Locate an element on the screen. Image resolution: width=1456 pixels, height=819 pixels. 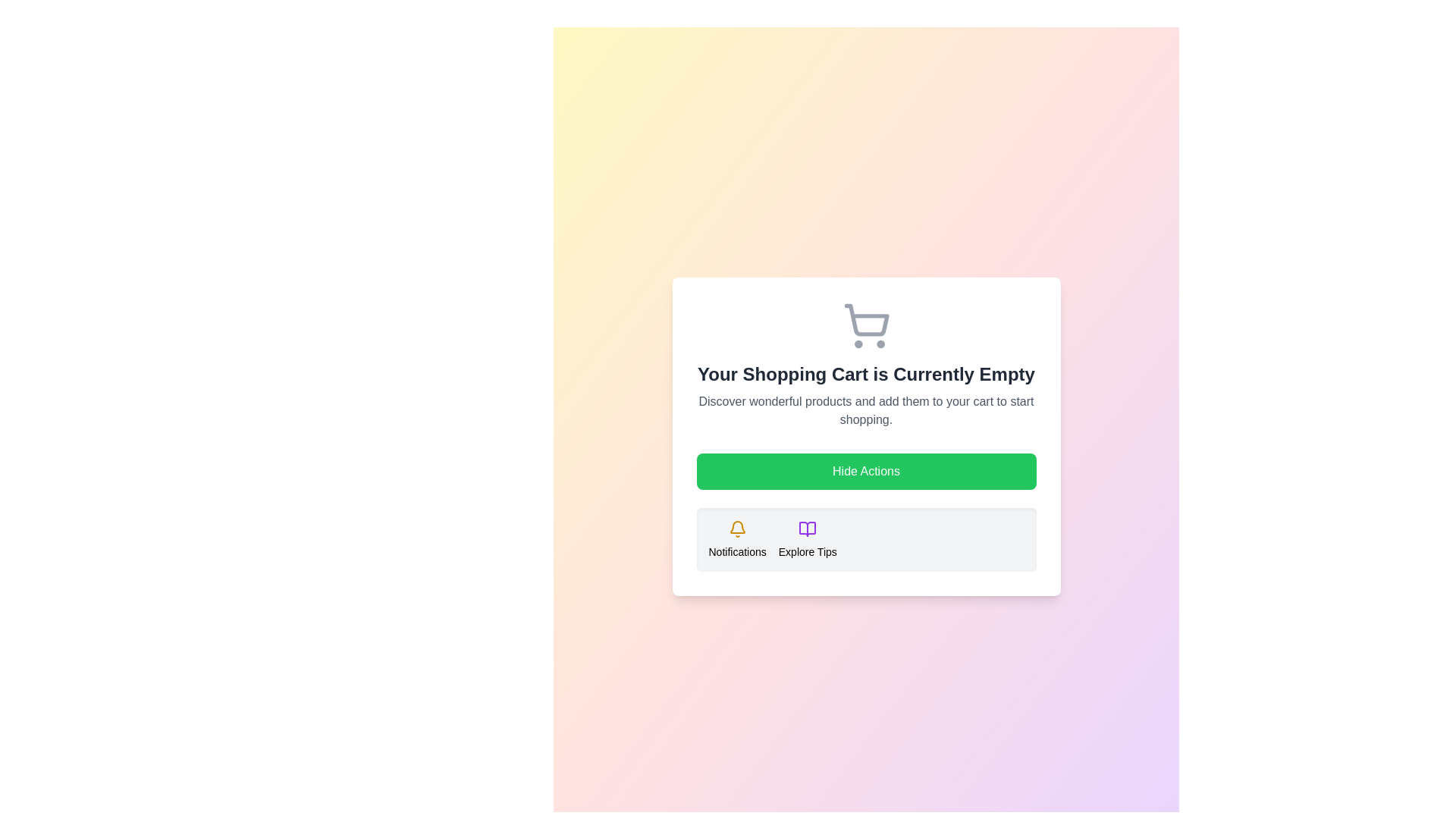
the shopping cart icon, which is a gray minimalist design with two circular wheels, located centrally above the text 'Your Shopping Cart is Currently Empty.' is located at coordinates (866, 325).